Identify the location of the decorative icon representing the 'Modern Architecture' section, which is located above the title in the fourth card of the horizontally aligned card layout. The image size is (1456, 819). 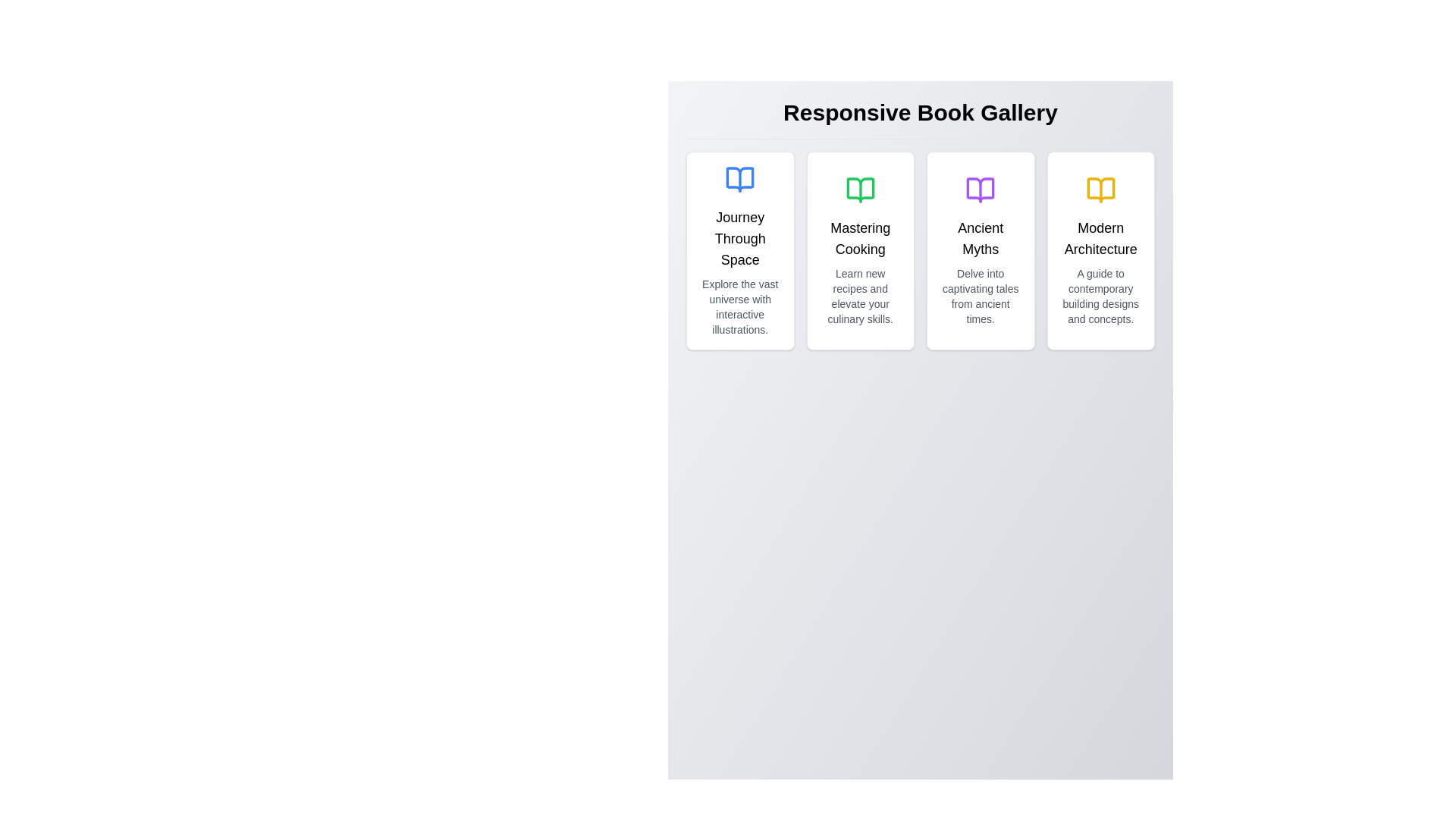
(1100, 189).